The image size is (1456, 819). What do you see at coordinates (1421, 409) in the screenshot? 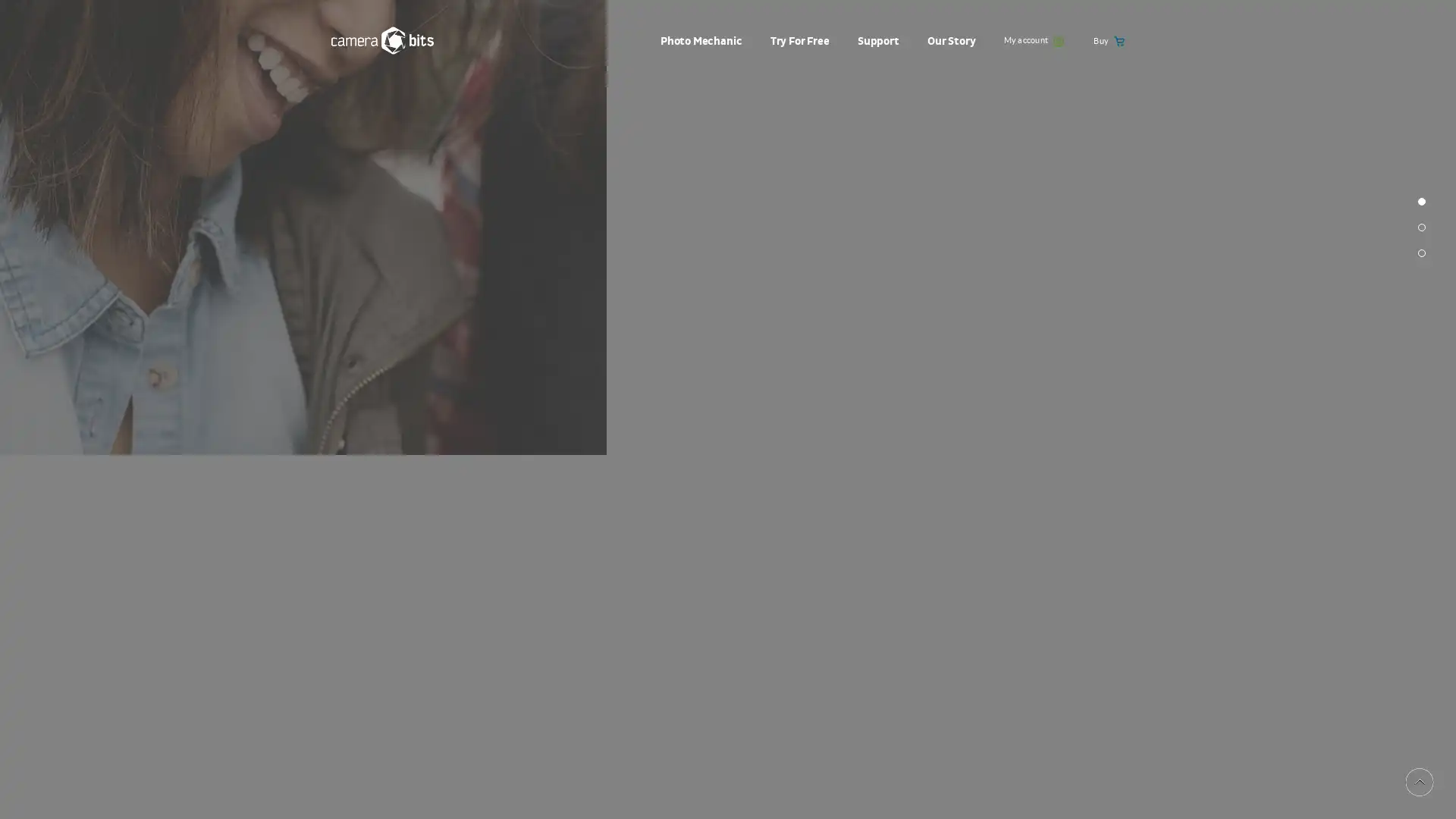
I see `2` at bounding box center [1421, 409].